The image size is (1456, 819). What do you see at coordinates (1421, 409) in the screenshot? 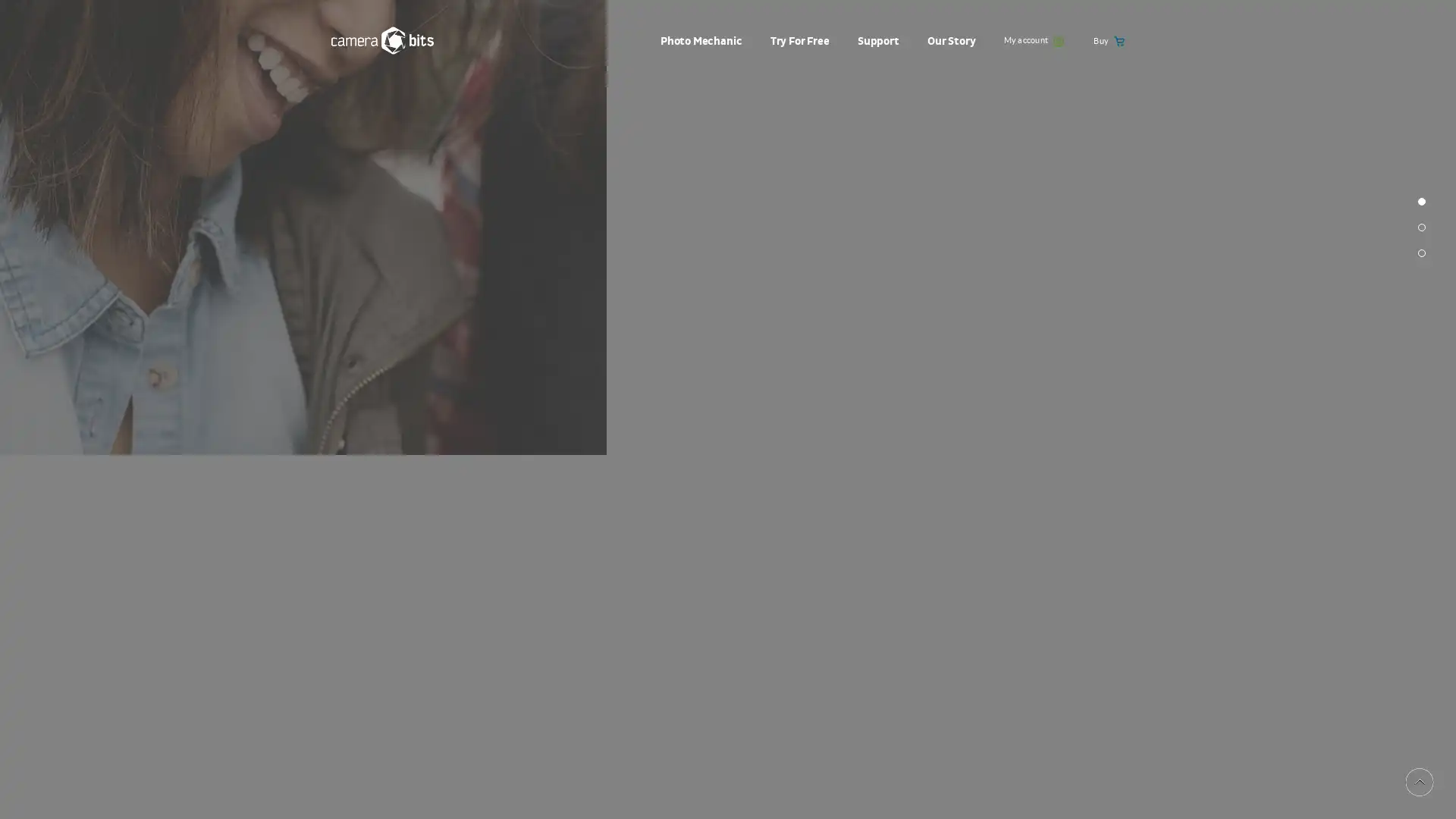
I see `2` at bounding box center [1421, 409].